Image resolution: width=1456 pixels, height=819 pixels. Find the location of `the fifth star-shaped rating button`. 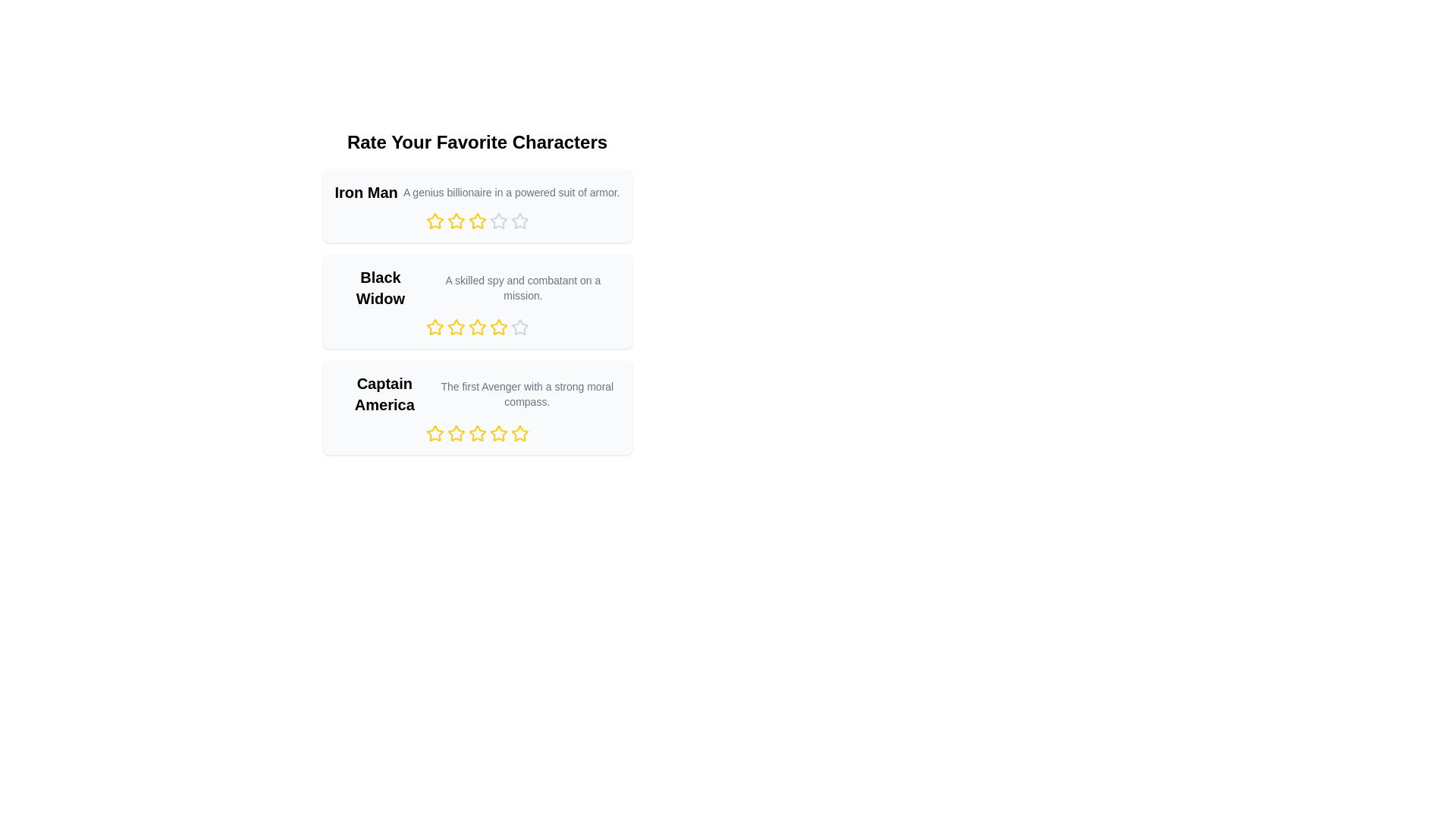

the fifth star-shaped rating button is located at coordinates (519, 221).